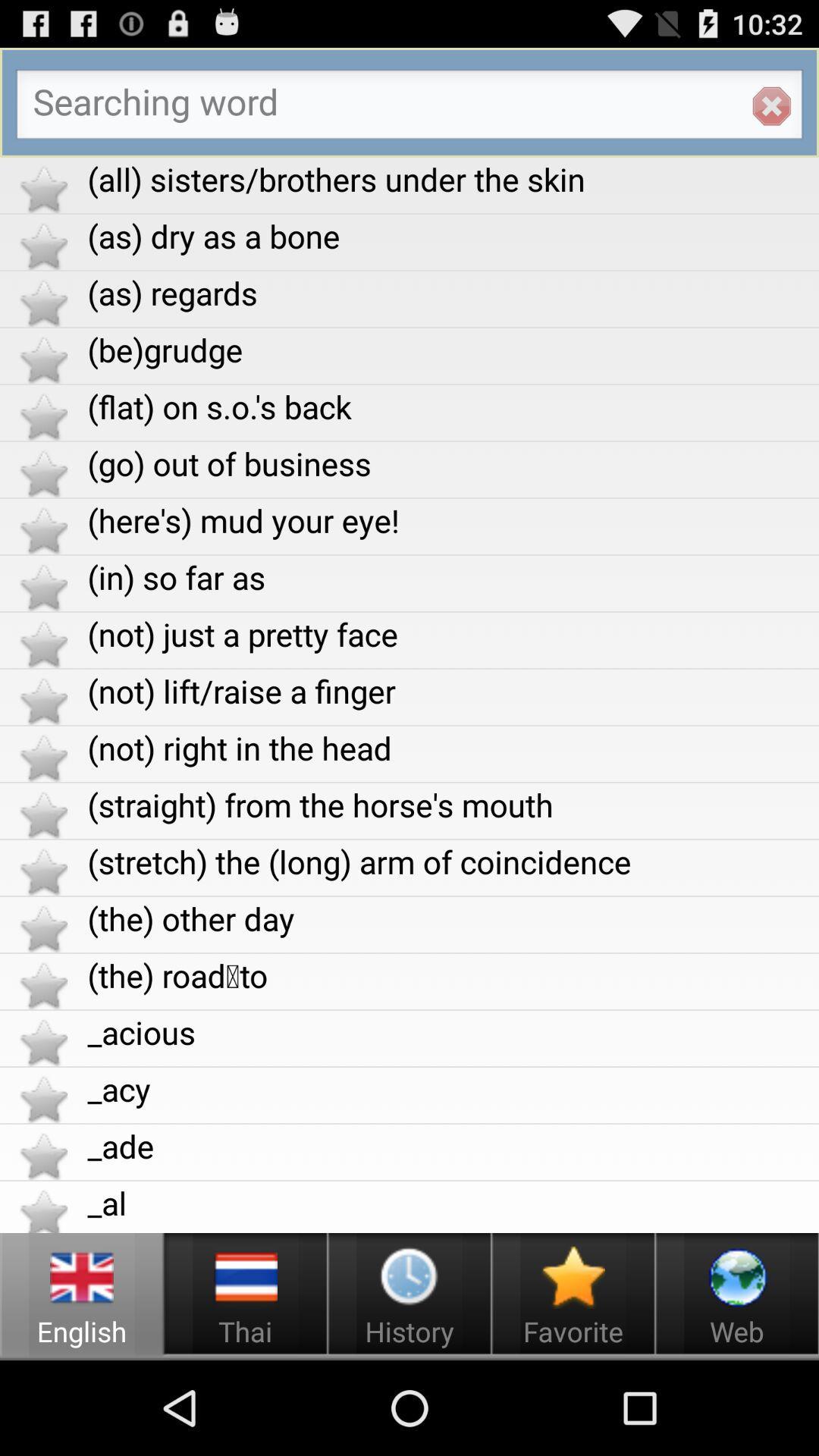 This screenshot has height=1456, width=819. Describe the element at coordinates (452, 293) in the screenshot. I see `(as) regards app` at that location.